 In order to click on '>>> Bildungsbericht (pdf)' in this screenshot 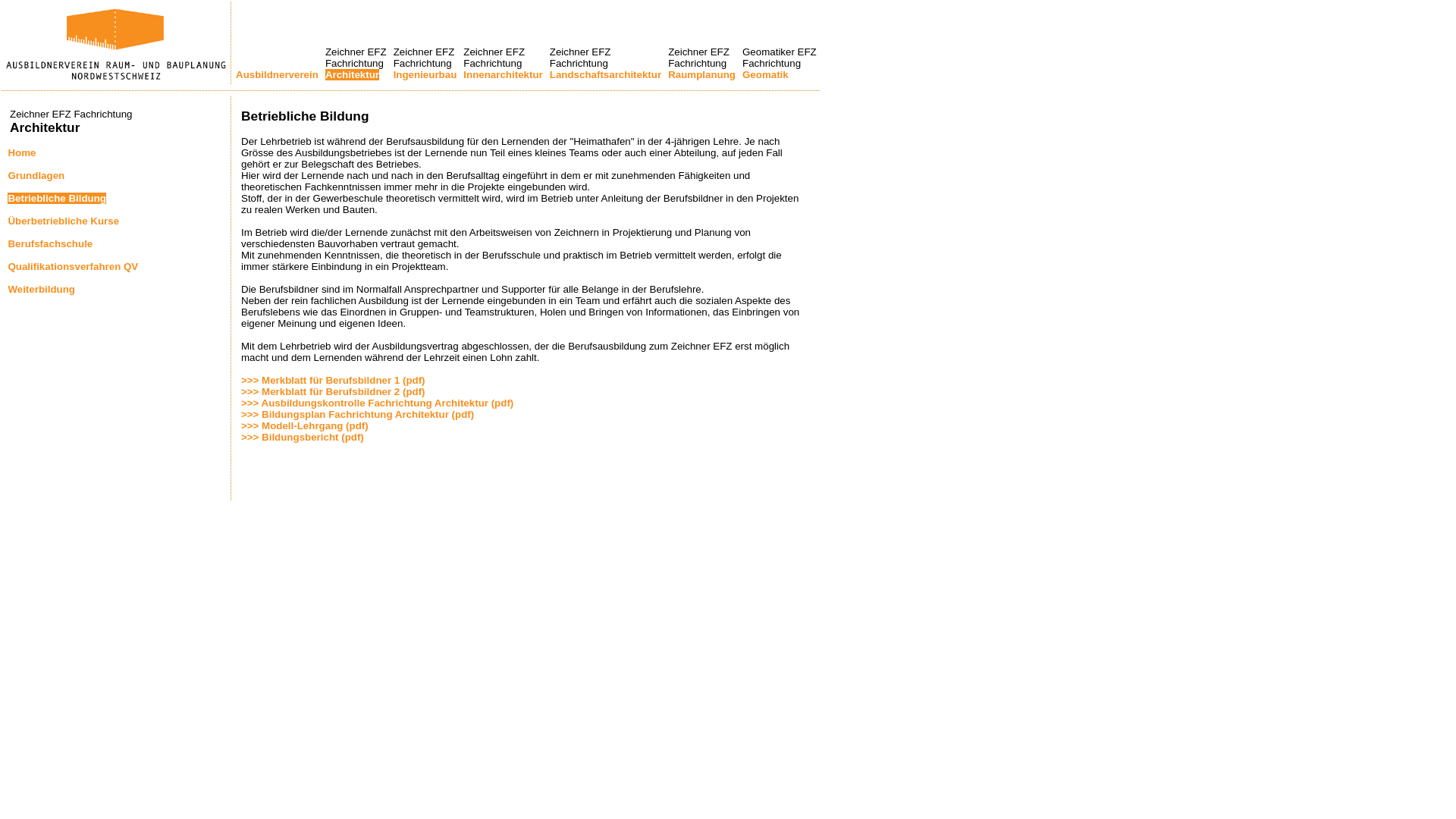, I will do `click(240, 437)`.